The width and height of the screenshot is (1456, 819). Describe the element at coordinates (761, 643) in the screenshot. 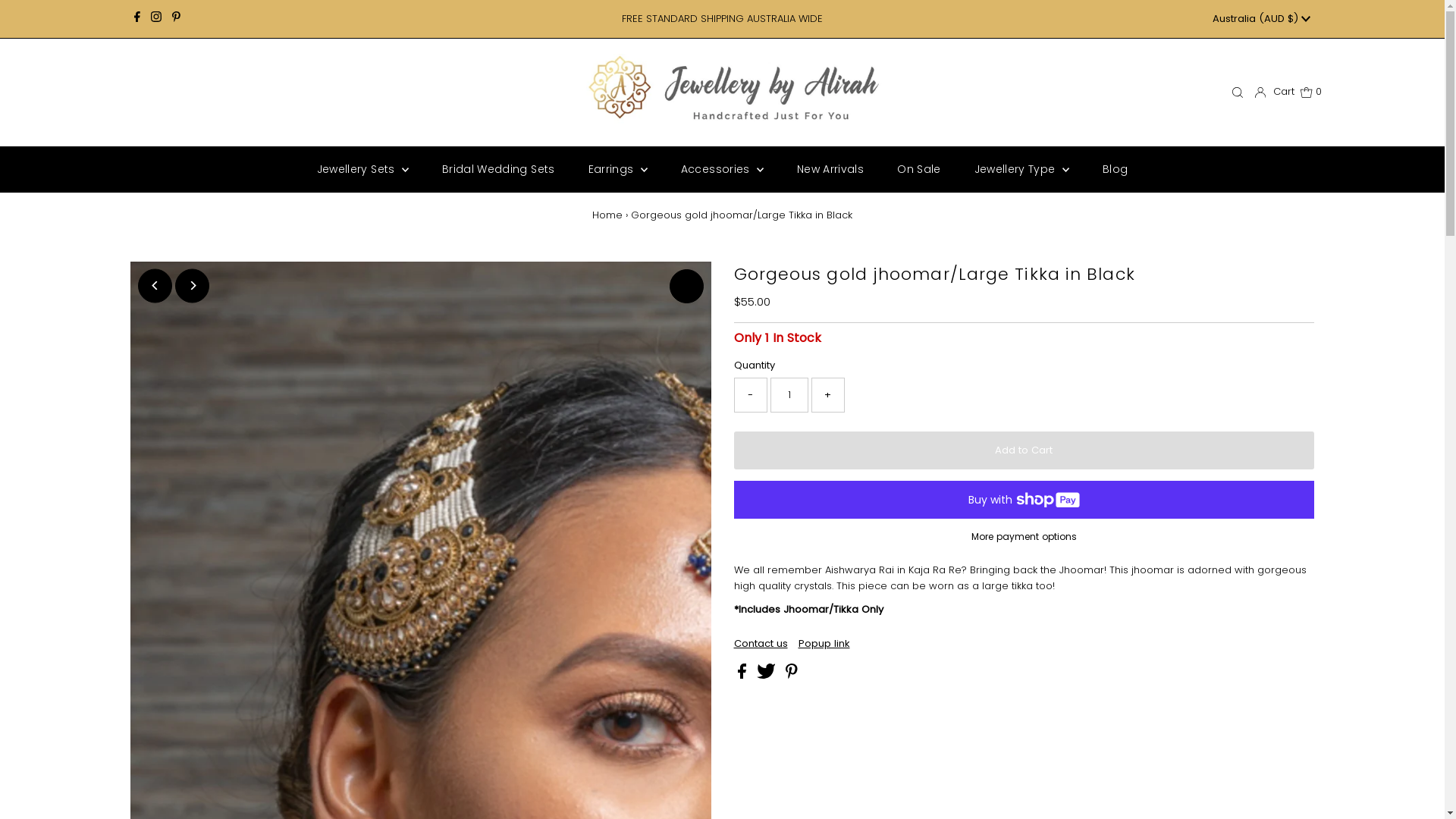

I see `'Contact us'` at that location.